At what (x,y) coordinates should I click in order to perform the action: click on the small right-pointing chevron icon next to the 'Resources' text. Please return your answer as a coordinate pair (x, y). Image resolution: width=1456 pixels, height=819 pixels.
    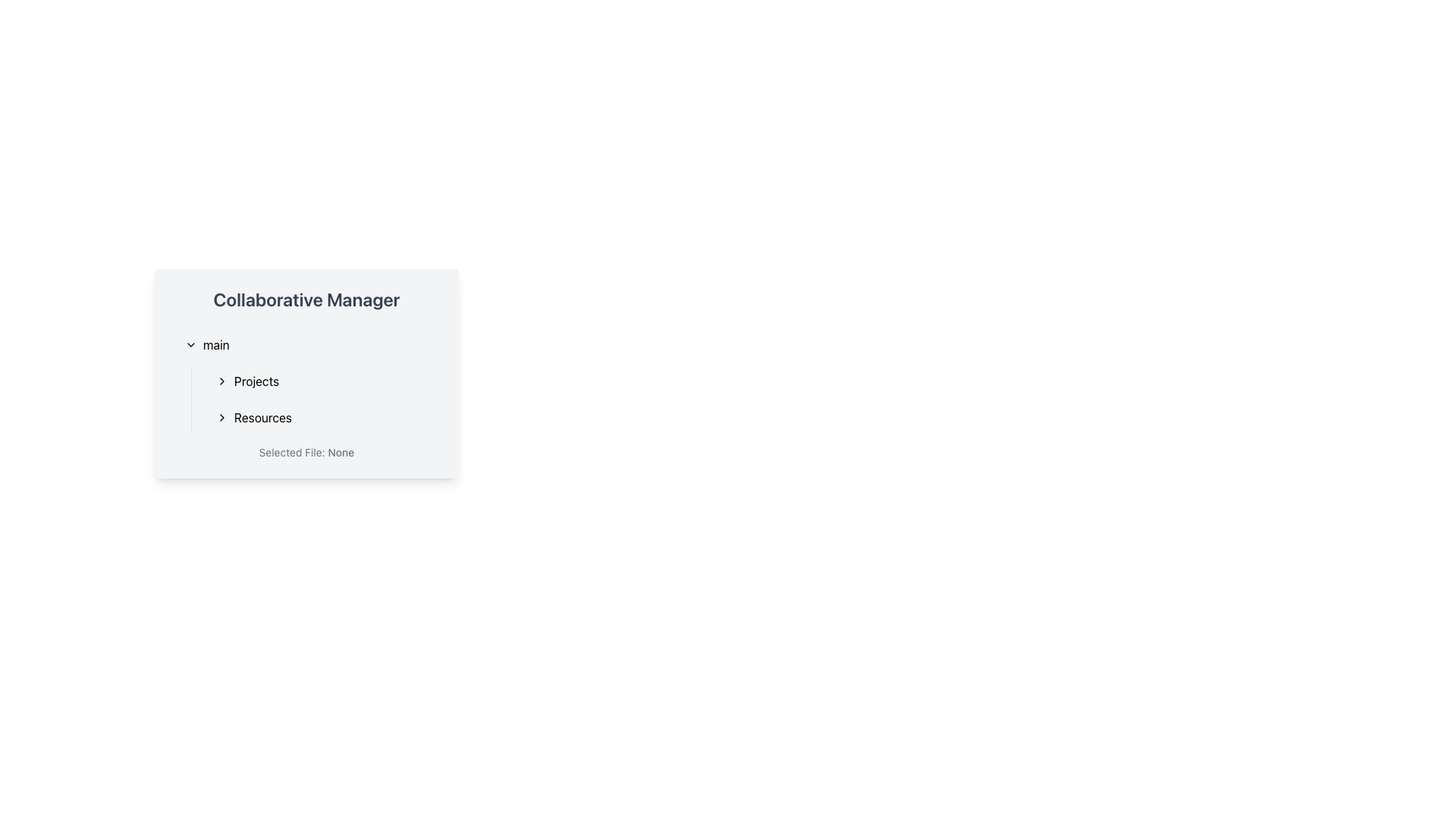
    Looking at the image, I should click on (221, 418).